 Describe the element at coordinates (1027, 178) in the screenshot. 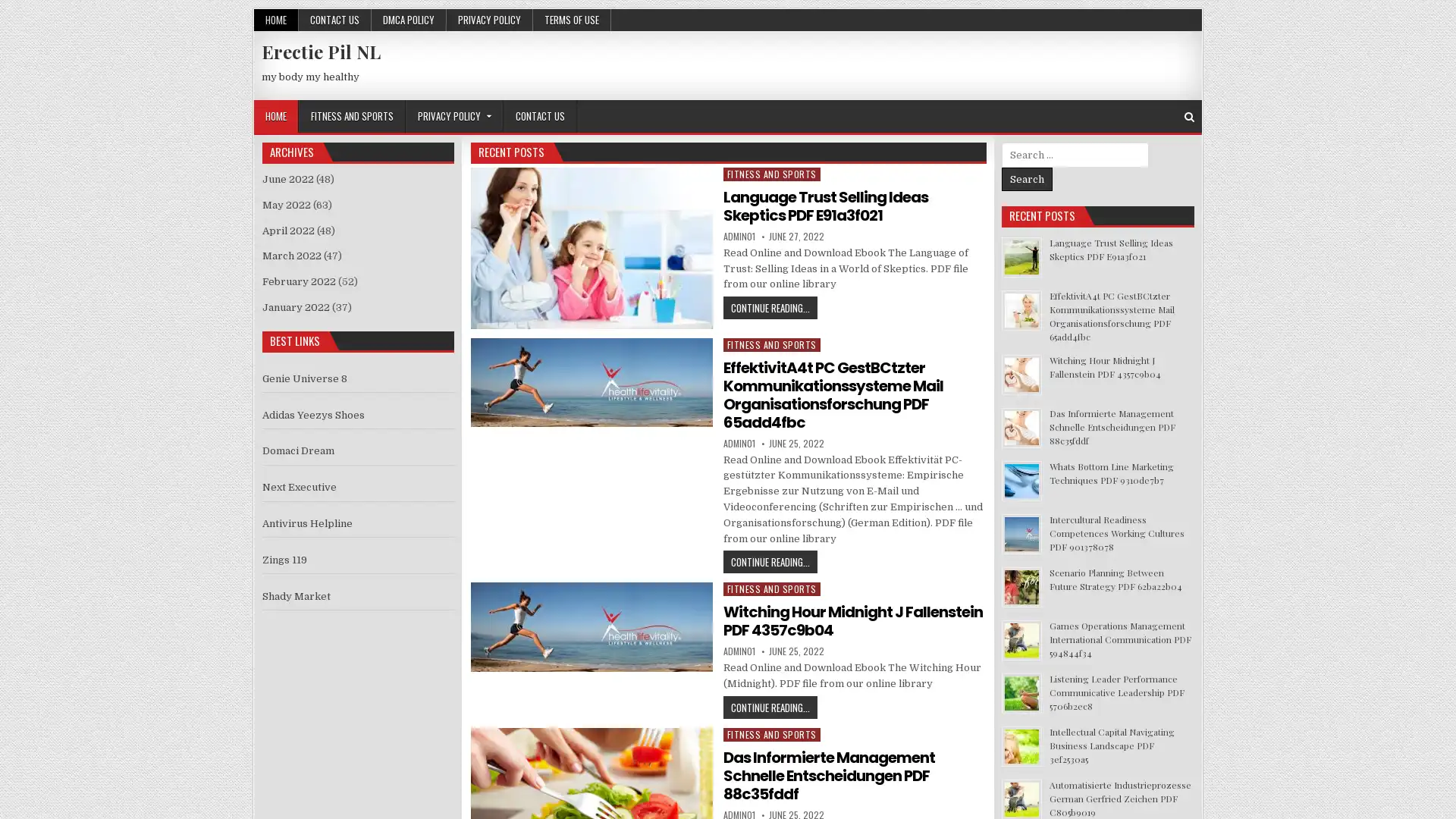

I see `Search` at that location.